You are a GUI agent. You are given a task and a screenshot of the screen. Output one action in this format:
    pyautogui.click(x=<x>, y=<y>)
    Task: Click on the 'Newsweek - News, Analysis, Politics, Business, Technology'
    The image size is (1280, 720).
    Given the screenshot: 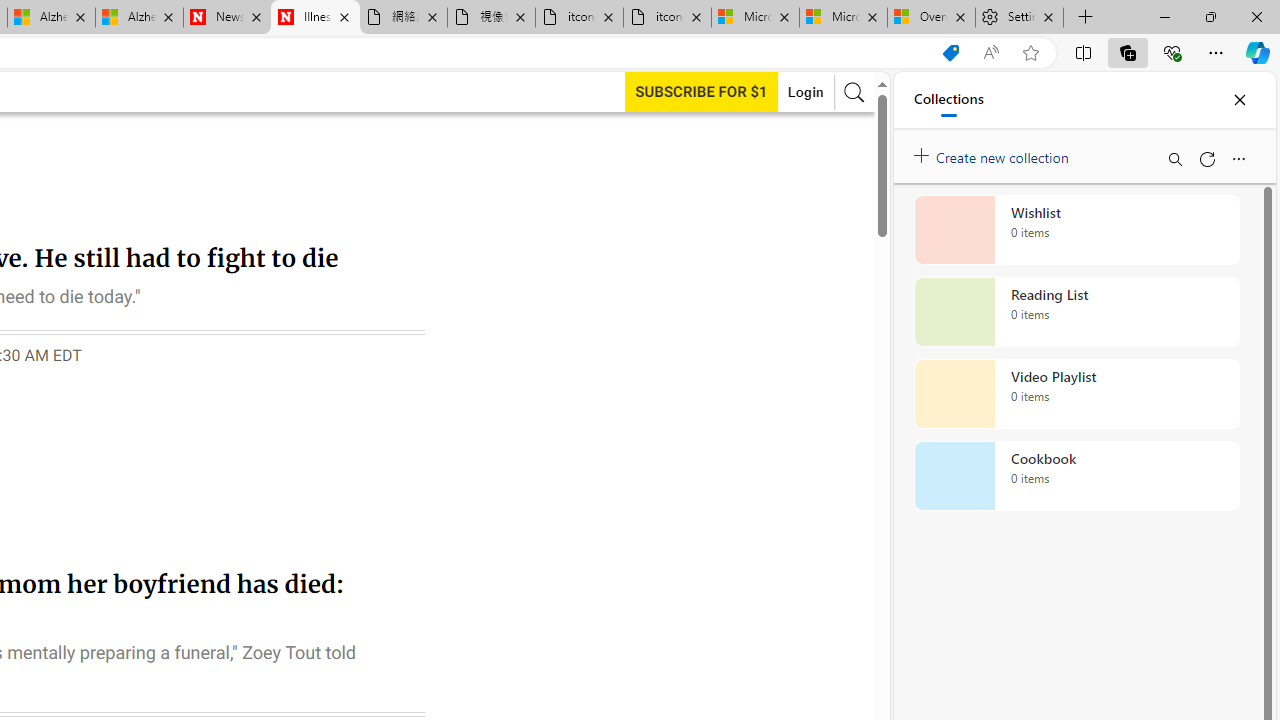 What is the action you would take?
    pyautogui.click(x=227, y=17)
    